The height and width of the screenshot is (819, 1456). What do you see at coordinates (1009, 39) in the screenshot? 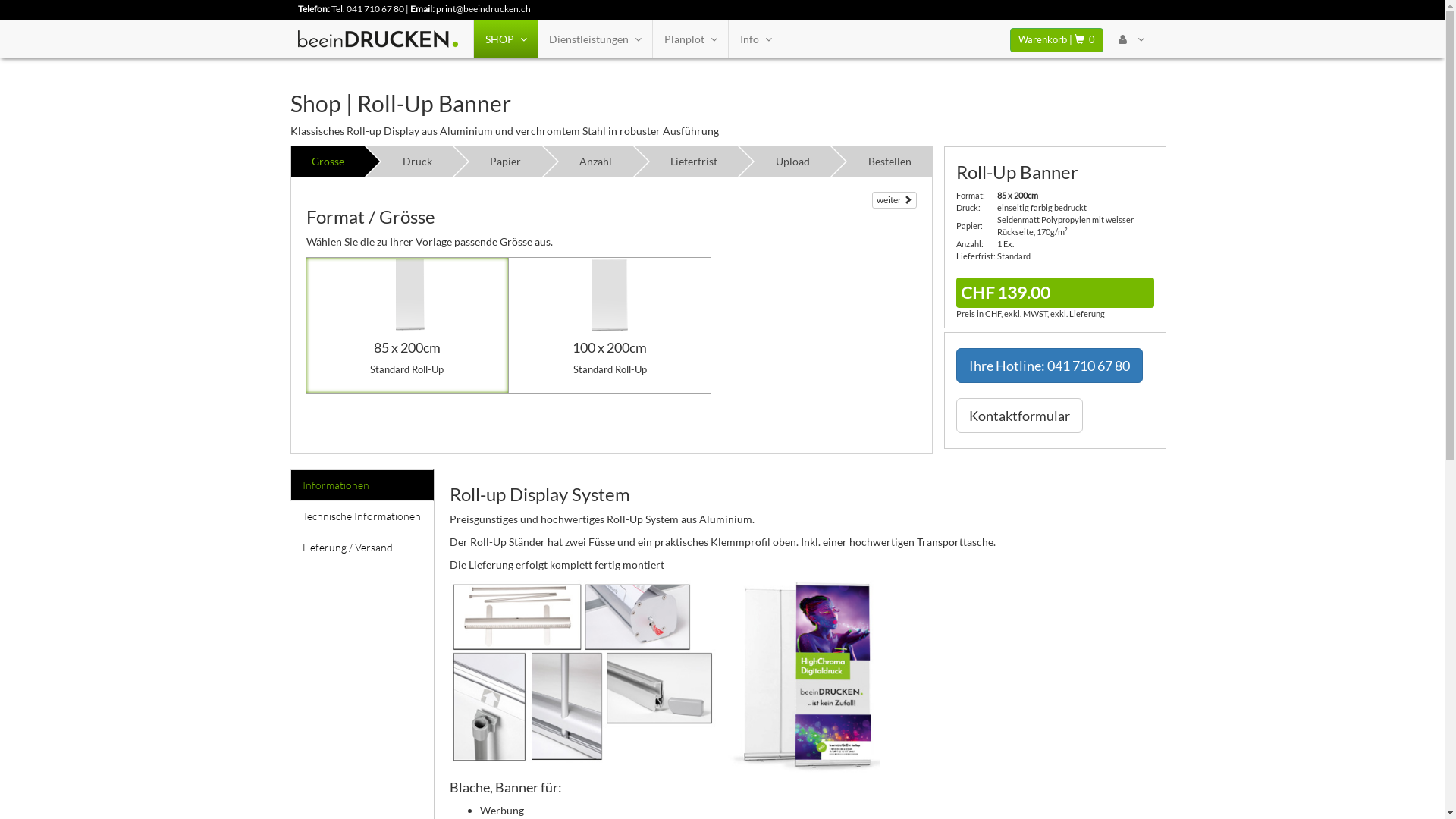
I see `'Warenkorb |   0'` at bounding box center [1009, 39].